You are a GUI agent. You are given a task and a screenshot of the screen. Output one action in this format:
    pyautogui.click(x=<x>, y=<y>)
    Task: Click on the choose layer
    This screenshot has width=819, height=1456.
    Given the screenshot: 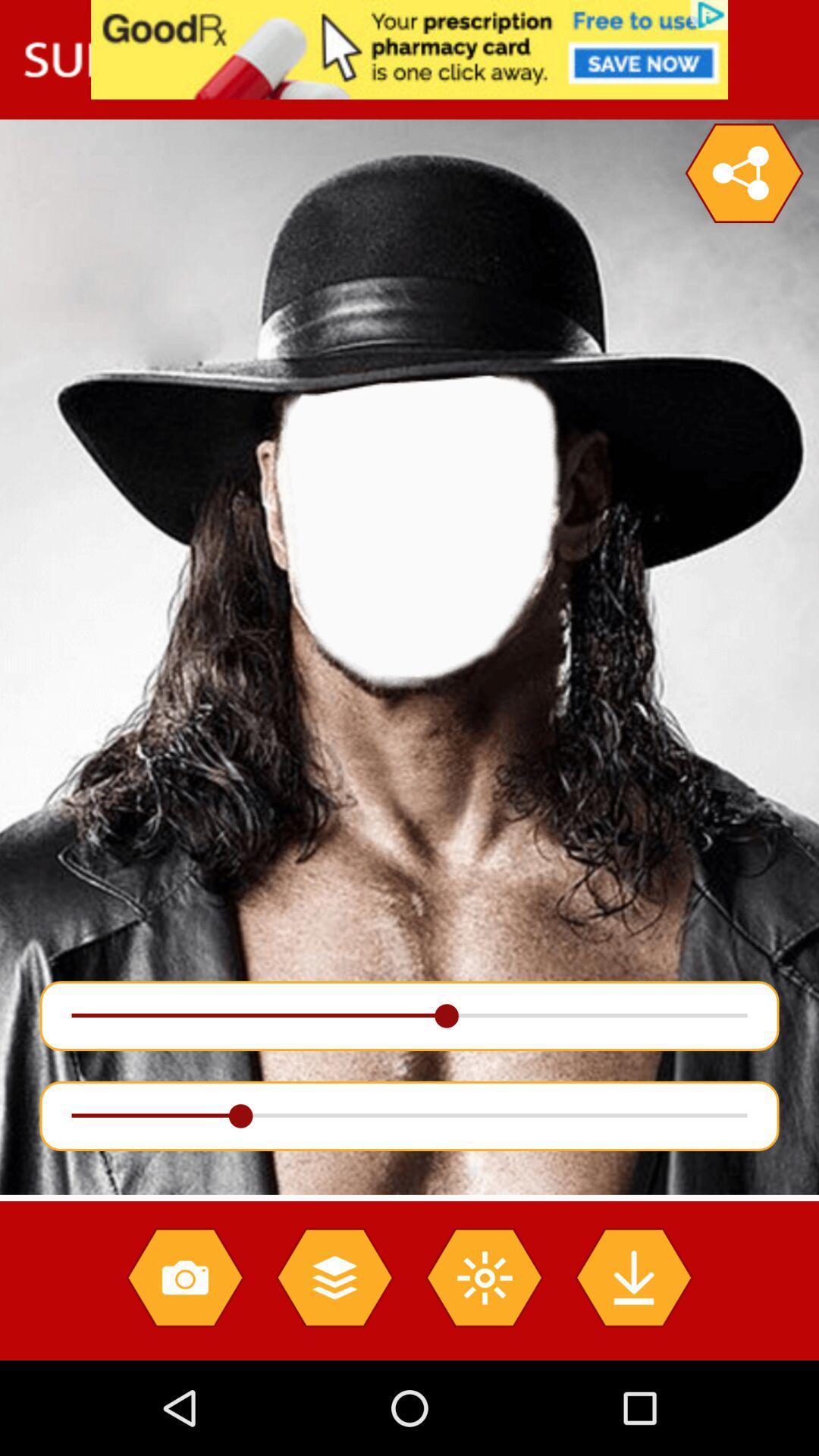 What is the action you would take?
    pyautogui.click(x=334, y=1276)
    